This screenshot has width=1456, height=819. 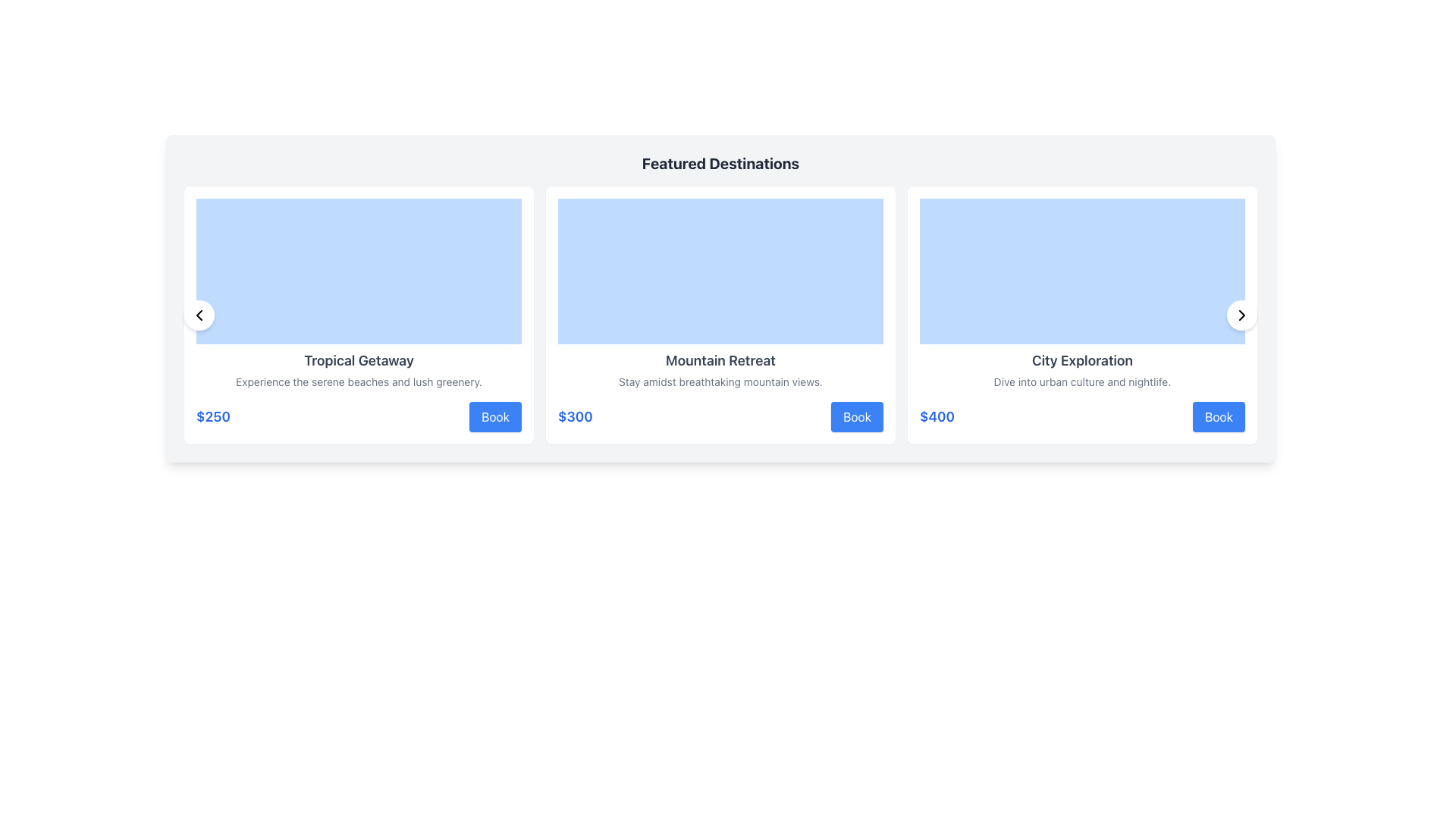 What do you see at coordinates (1241, 315) in the screenshot?
I see `the right-chevron icon located in the third card under 'City Exploration'` at bounding box center [1241, 315].